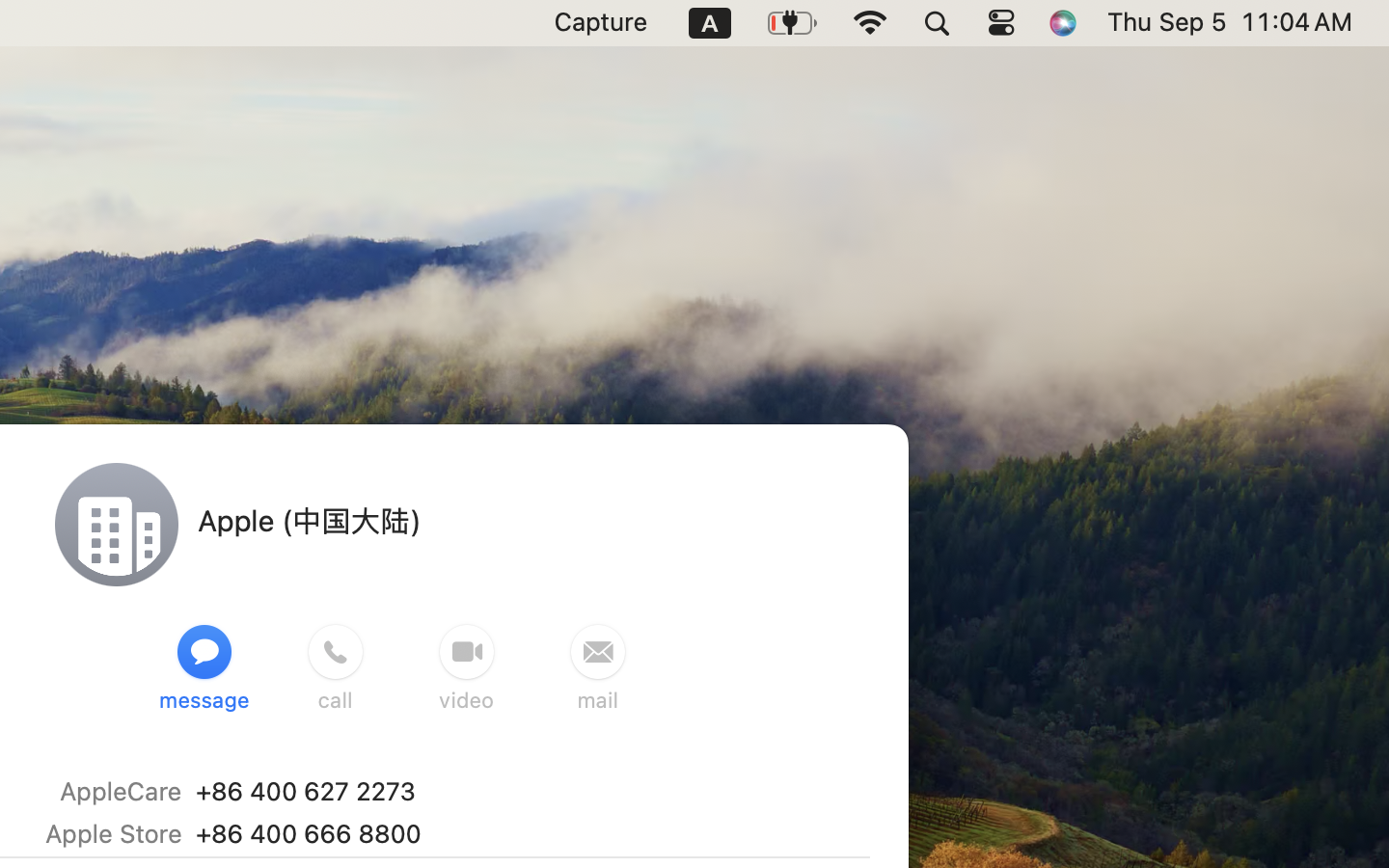 The width and height of the screenshot is (1389, 868). Describe the element at coordinates (308, 519) in the screenshot. I see `'Apple (中国大陆)'` at that location.